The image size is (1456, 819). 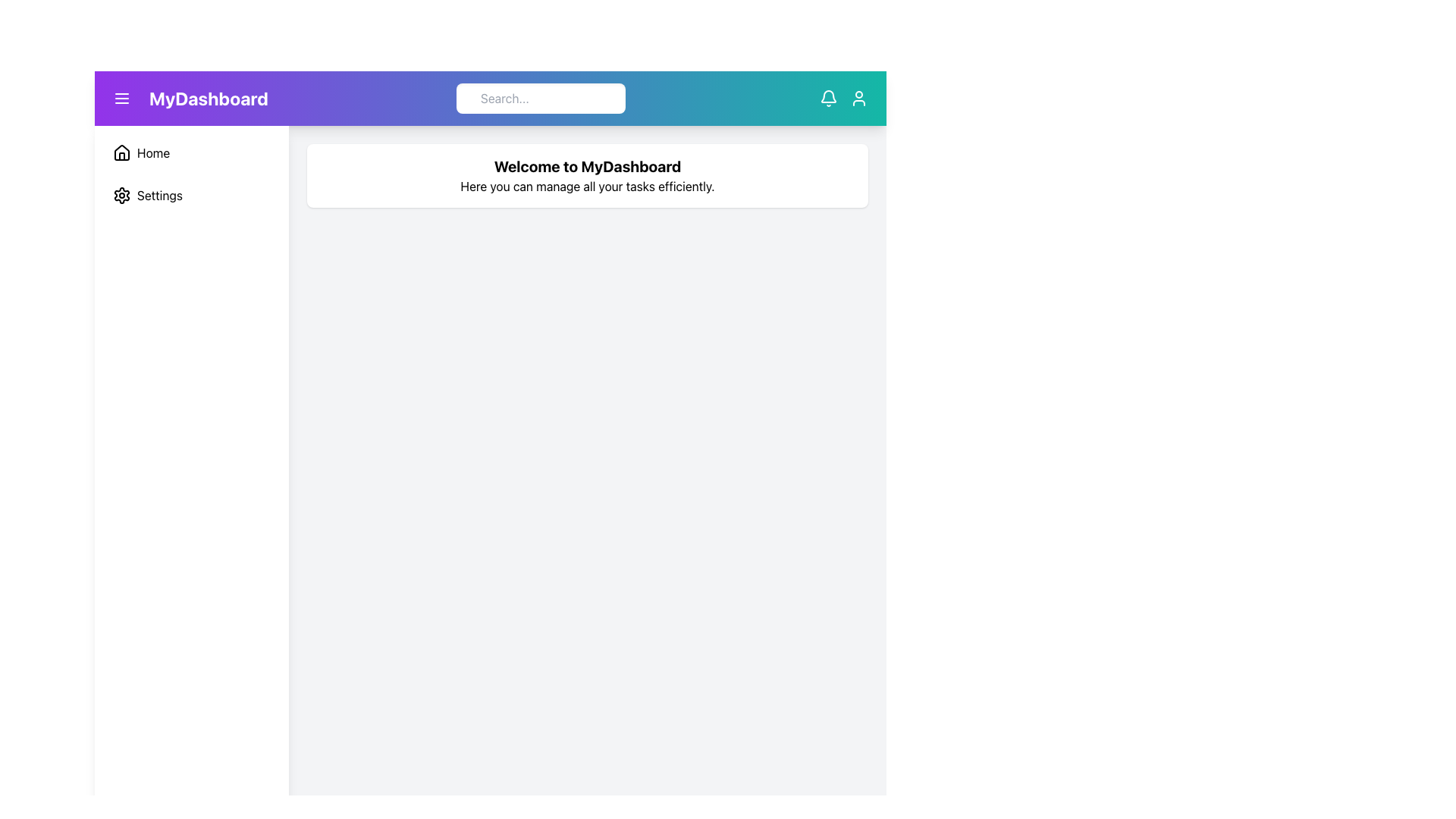 I want to click on the gear-shaped settings icon located in the vertical menu on the left side of the interface, so click(x=122, y=195).